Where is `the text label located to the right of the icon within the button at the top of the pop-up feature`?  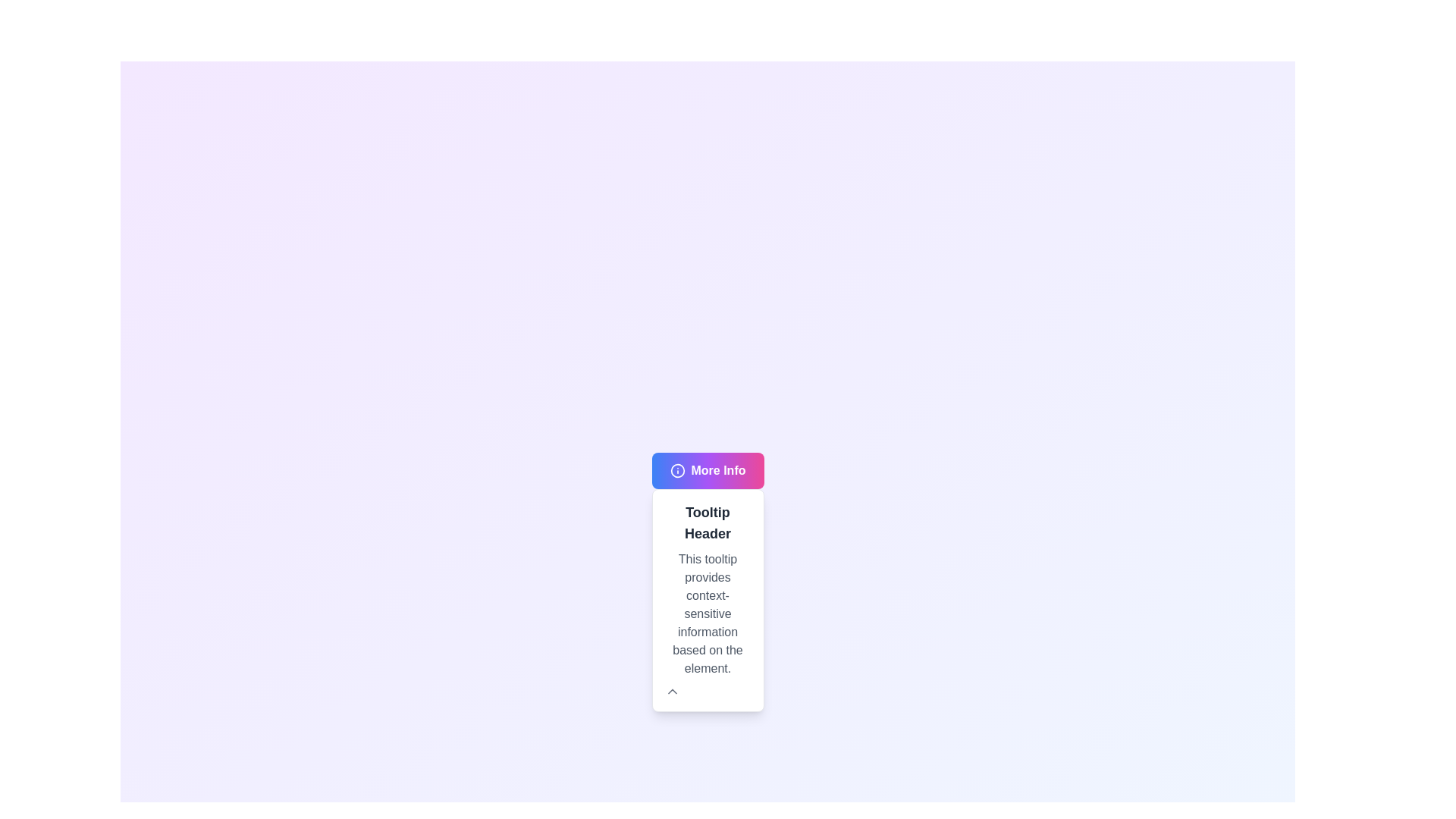 the text label located to the right of the icon within the button at the top of the pop-up feature is located at coordinates (717, 470).